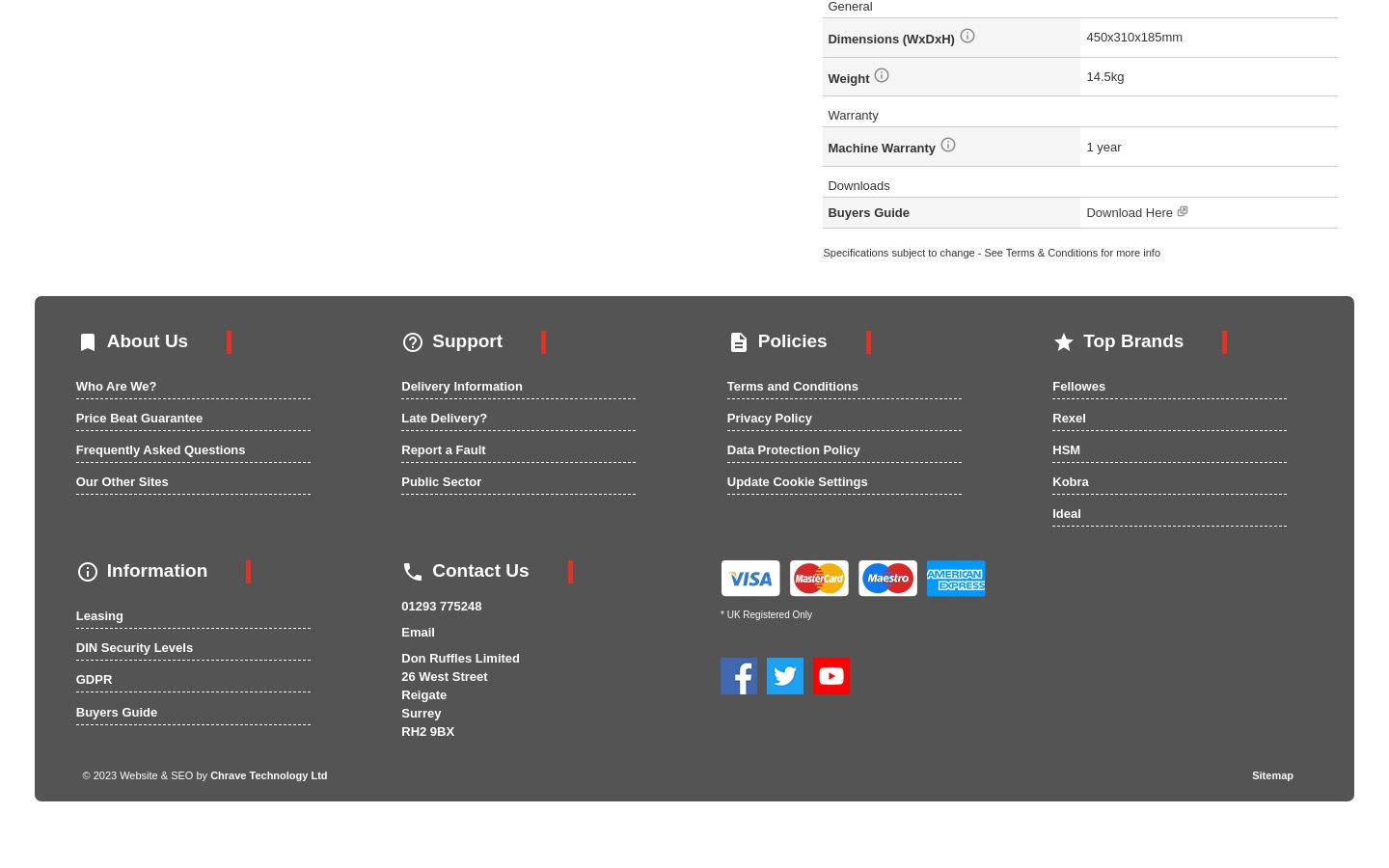 The height and width of the screenshot is (868, 1389). What do you see at coordinates (1104, 74) in the screenshot?
I see `'14.5kg'` at bounding box center [1104, 74].